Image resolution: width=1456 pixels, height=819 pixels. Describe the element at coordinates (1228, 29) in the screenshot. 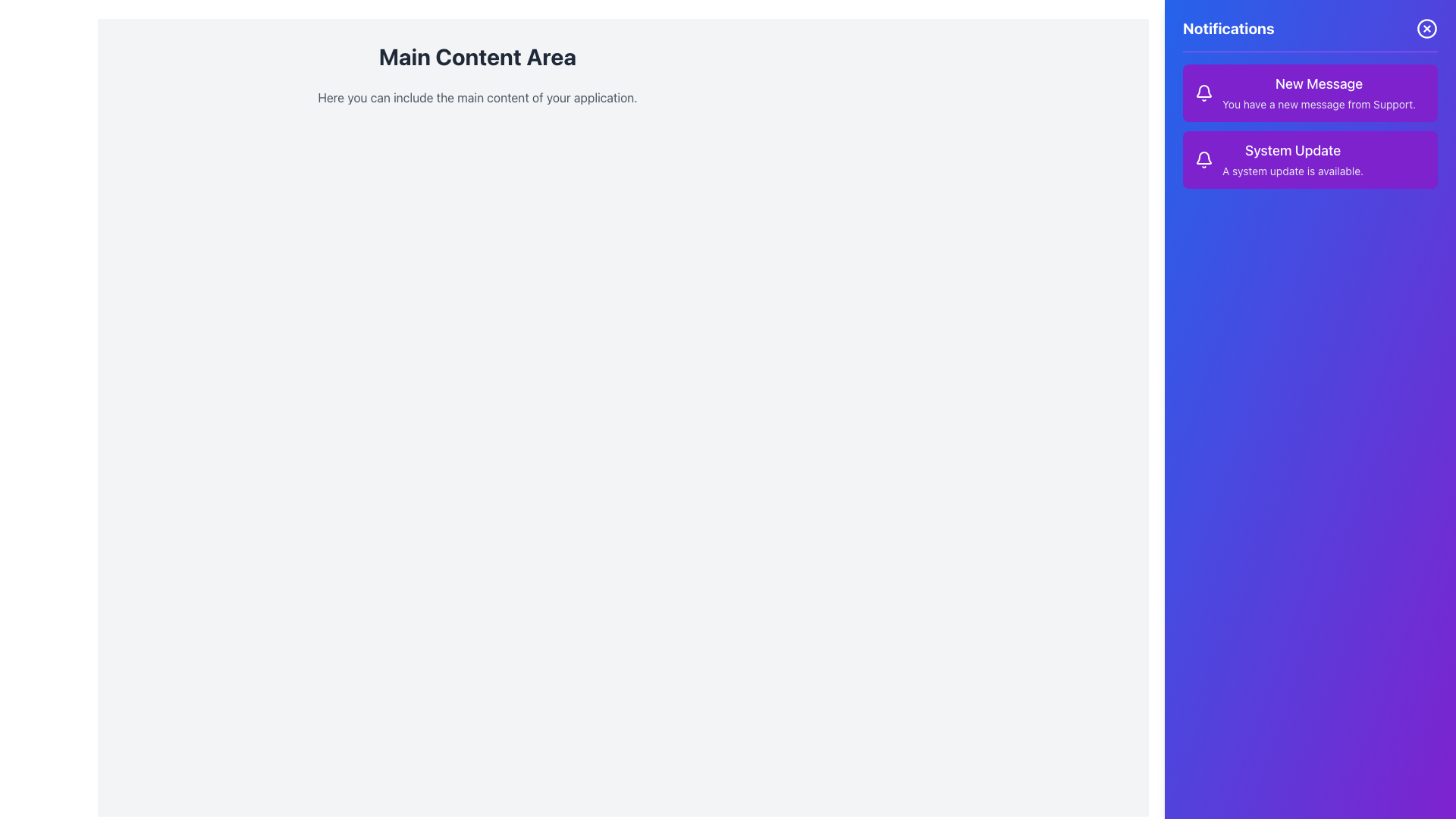

I see `prominently displayed heading text 'Notifications', which is styled in bold white font against a vibrant gradient purple background, located at the top-left of the right purple panel` at that location.